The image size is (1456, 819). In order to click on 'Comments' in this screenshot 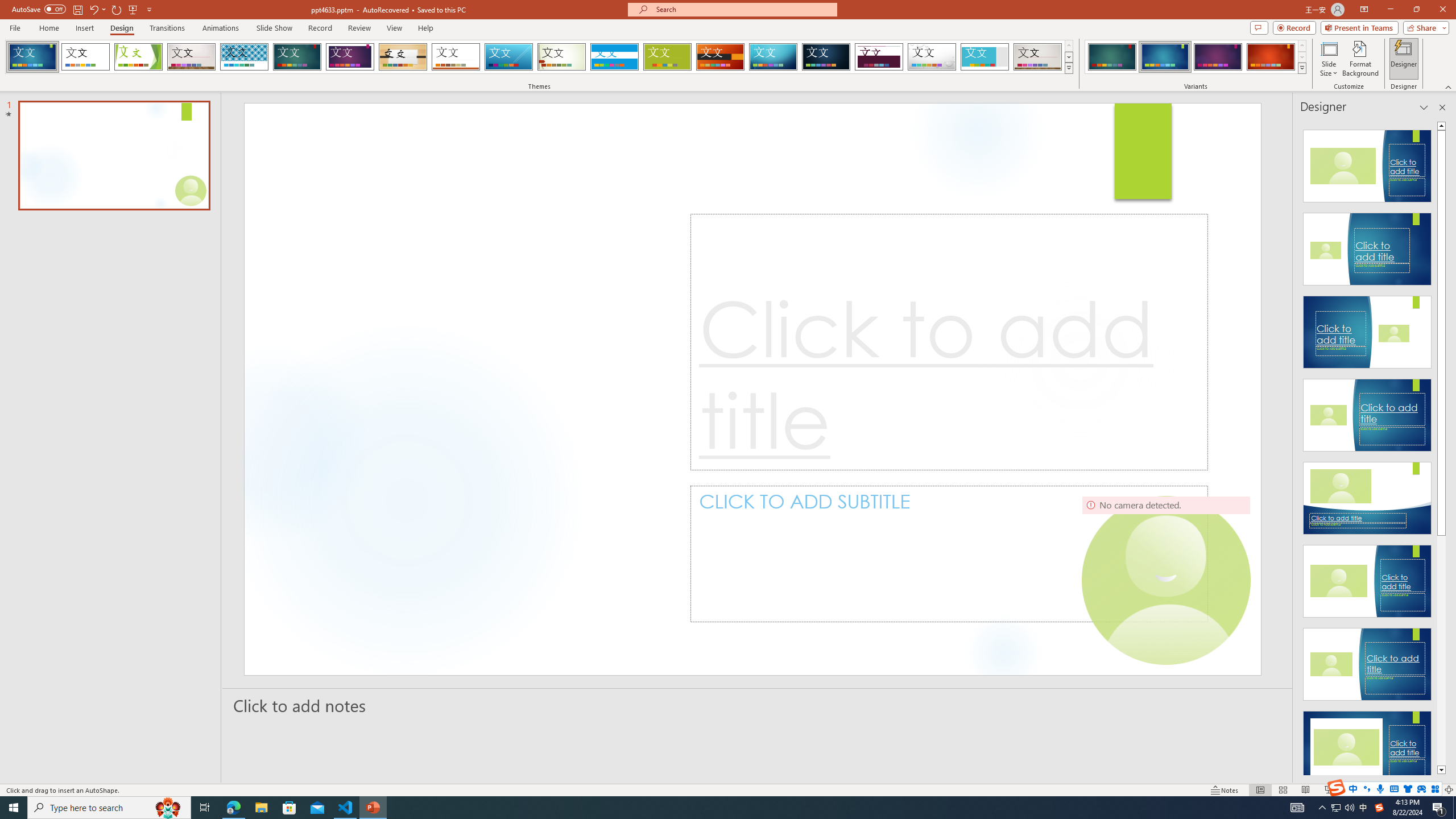, I will do `click(1259, 27)`.